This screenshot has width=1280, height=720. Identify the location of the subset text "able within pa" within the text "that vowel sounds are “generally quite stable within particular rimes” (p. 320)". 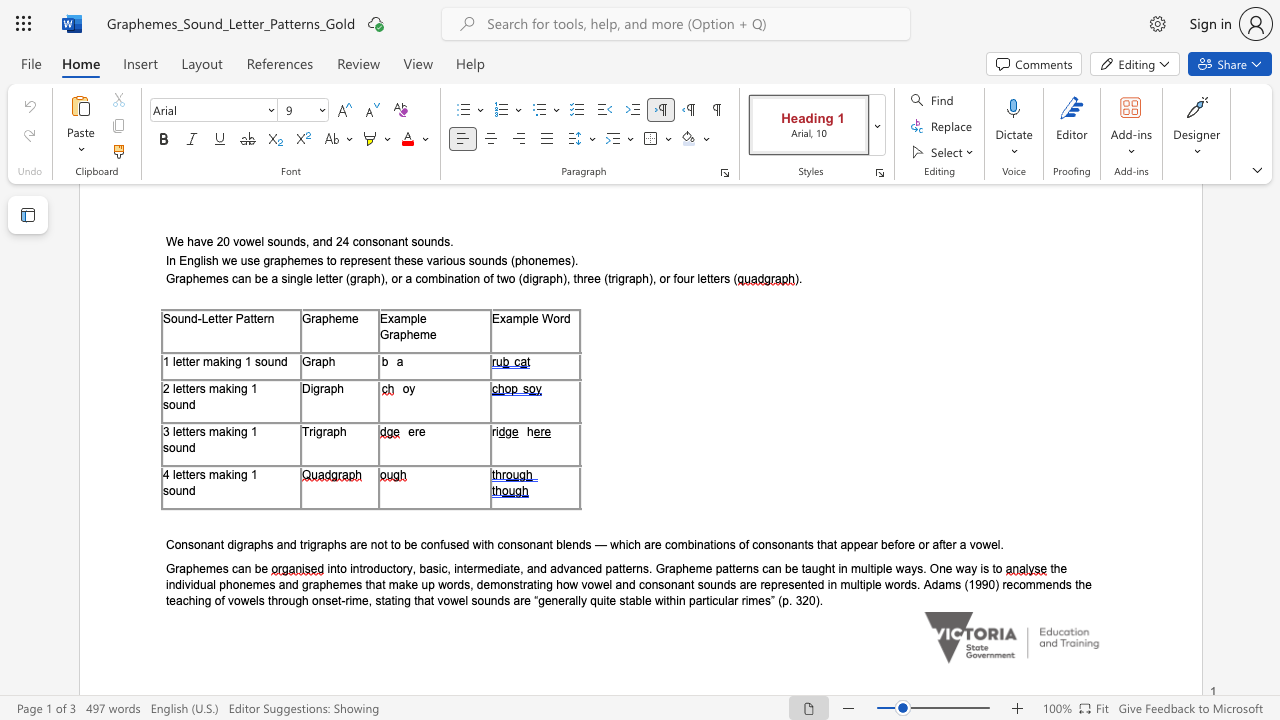
(627, 599).